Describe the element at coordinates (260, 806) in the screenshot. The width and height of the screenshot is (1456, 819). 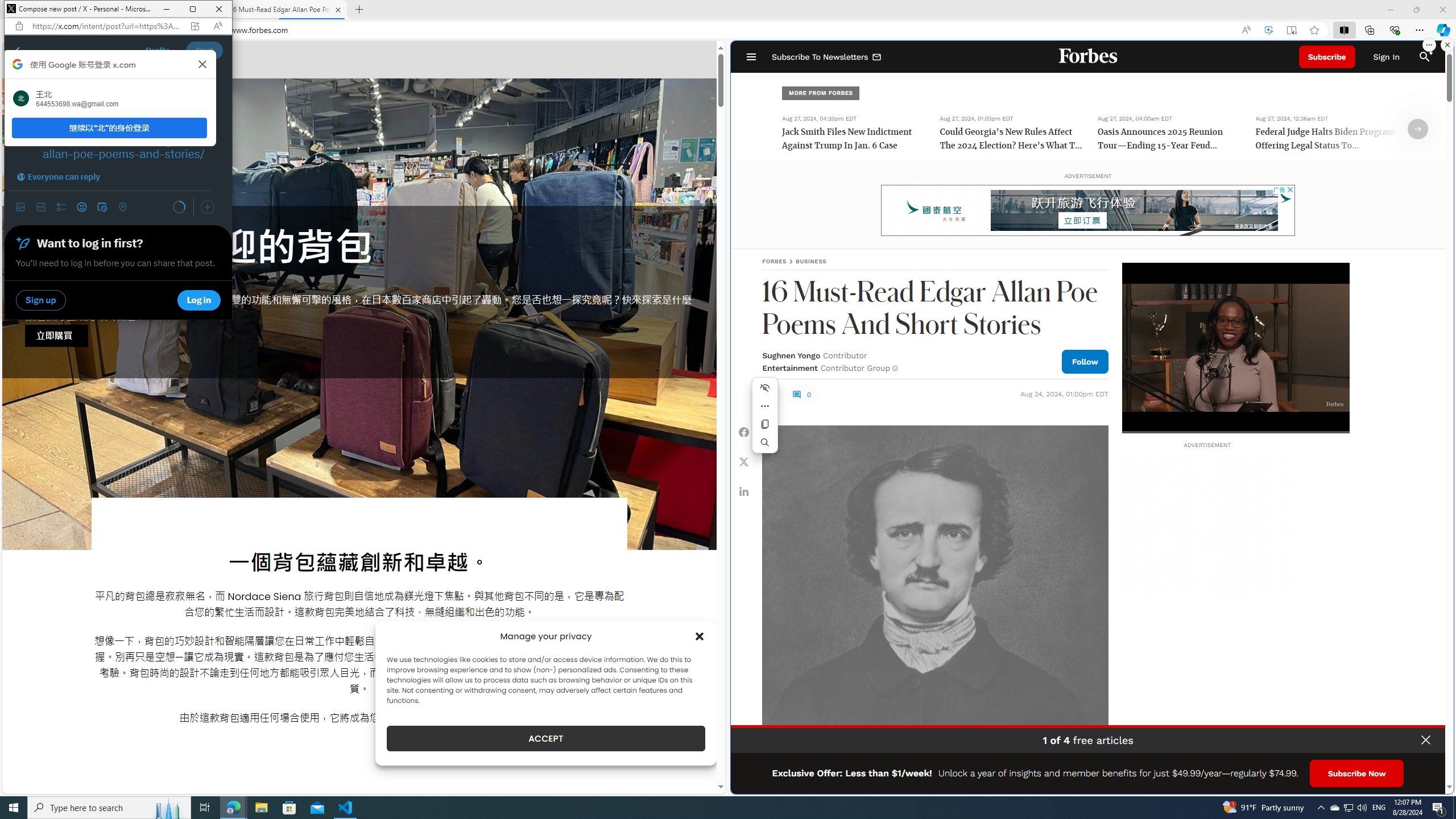
I see `'File Explorer'` at that location.